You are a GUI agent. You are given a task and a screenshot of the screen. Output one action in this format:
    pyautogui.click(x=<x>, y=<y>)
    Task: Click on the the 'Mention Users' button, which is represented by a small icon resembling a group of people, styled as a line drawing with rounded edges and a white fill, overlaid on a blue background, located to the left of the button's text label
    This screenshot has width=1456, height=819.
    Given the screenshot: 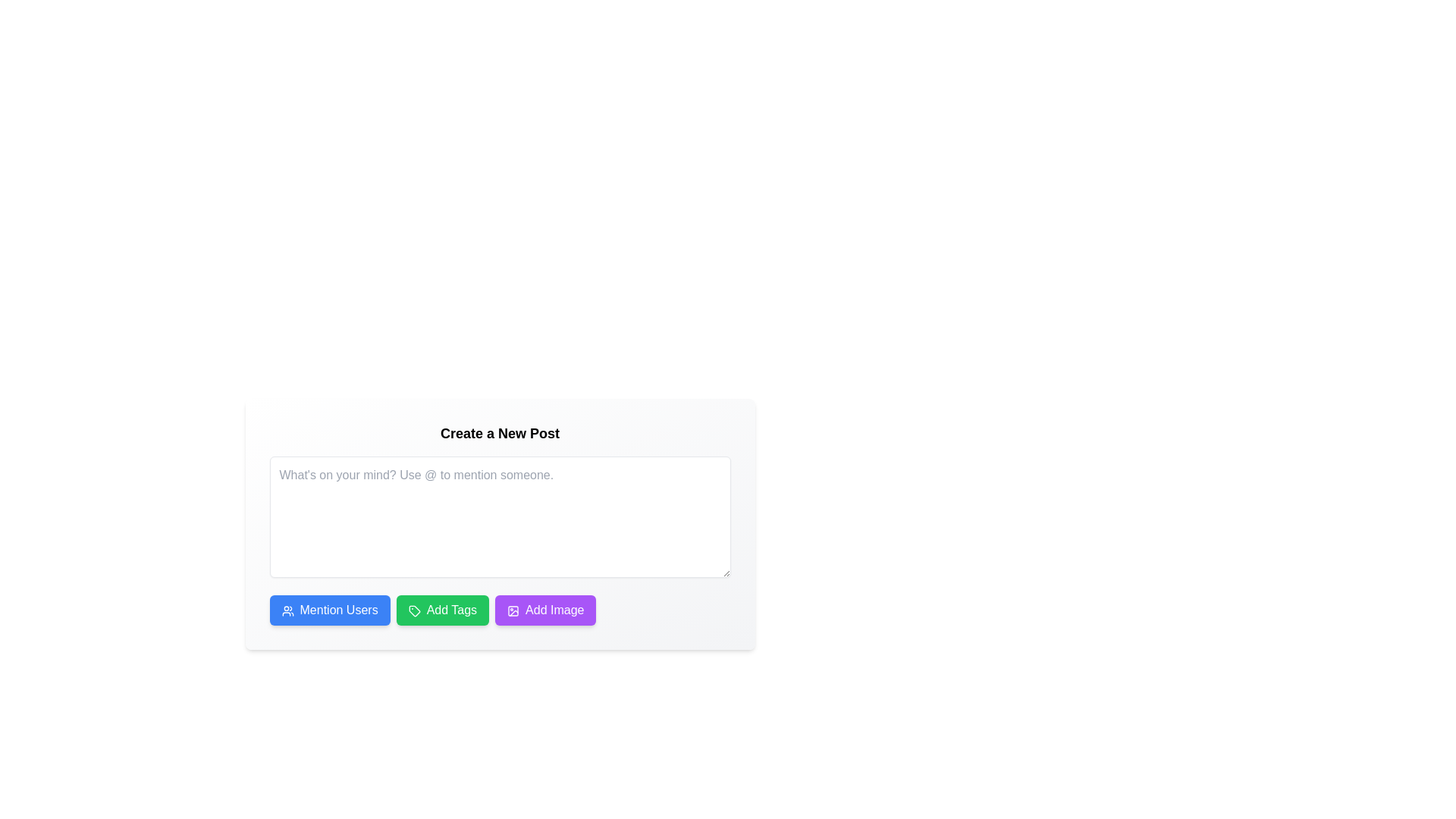 What is the action you would take?
    pyautogui.click(x=287, y=610)
    